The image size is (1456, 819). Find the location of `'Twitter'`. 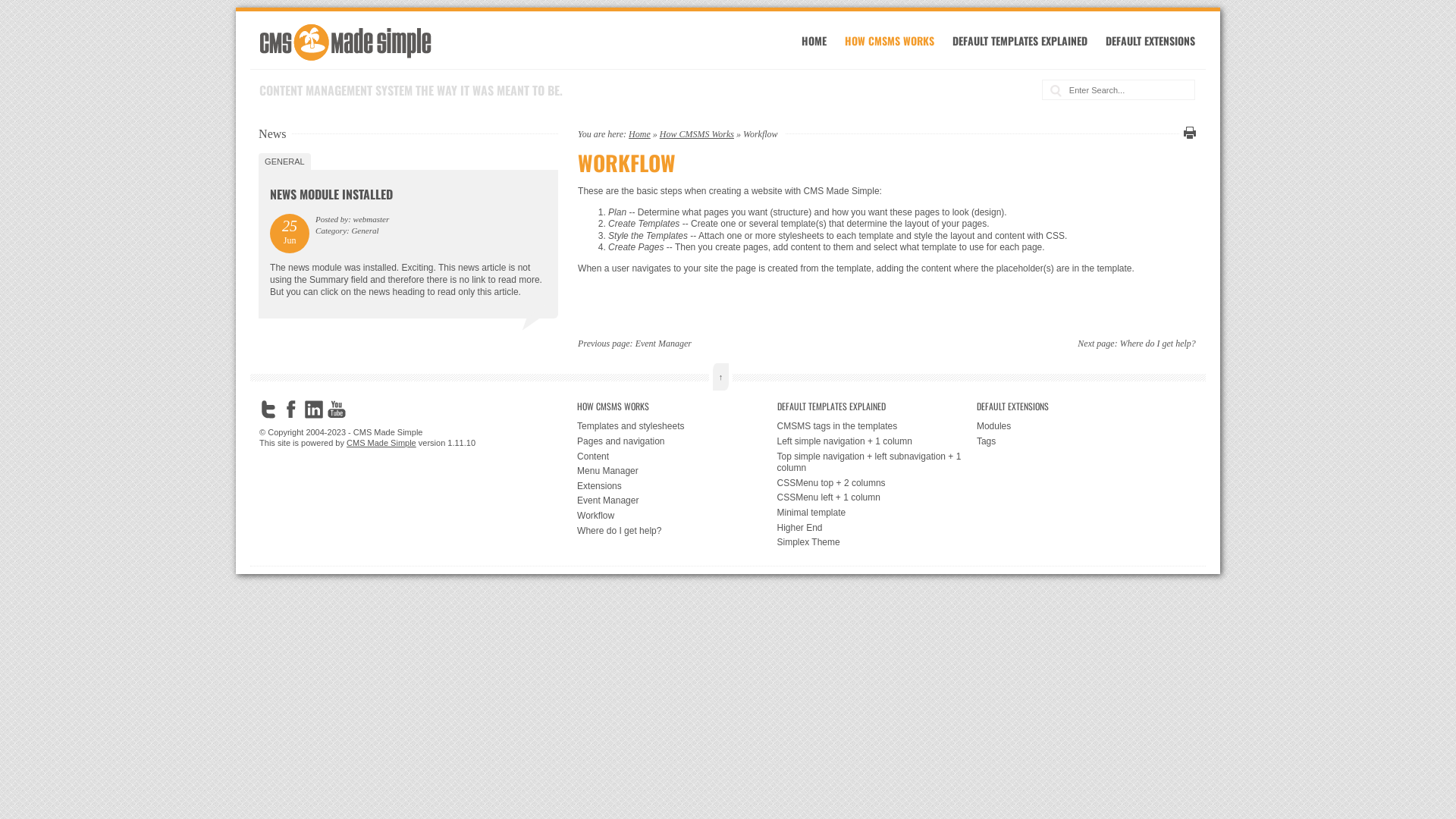

'Twitter' is located at coordinates (259, 409).